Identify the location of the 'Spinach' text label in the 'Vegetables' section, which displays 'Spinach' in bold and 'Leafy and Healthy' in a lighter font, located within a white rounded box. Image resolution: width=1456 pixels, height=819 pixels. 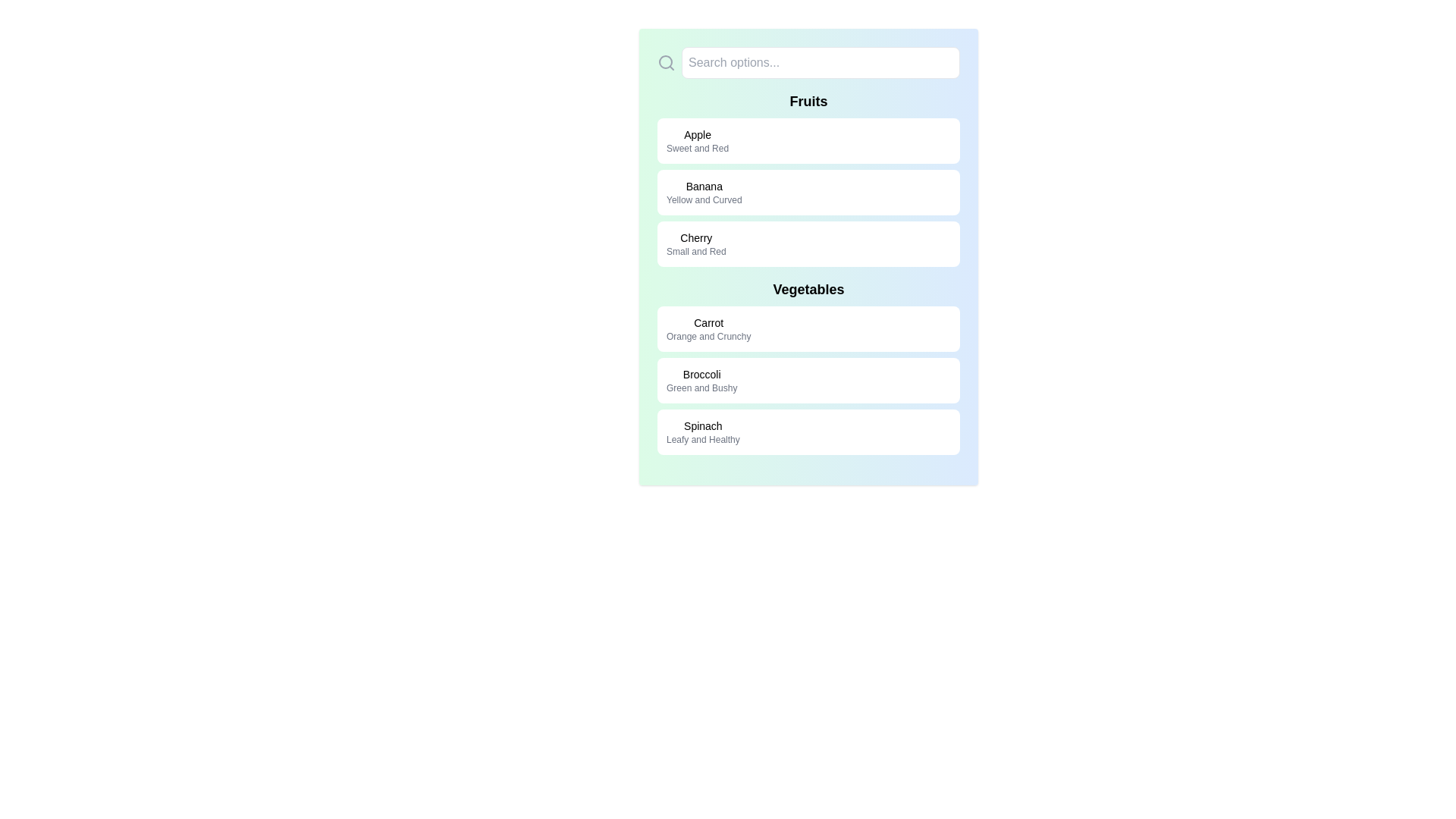
(702, 432).